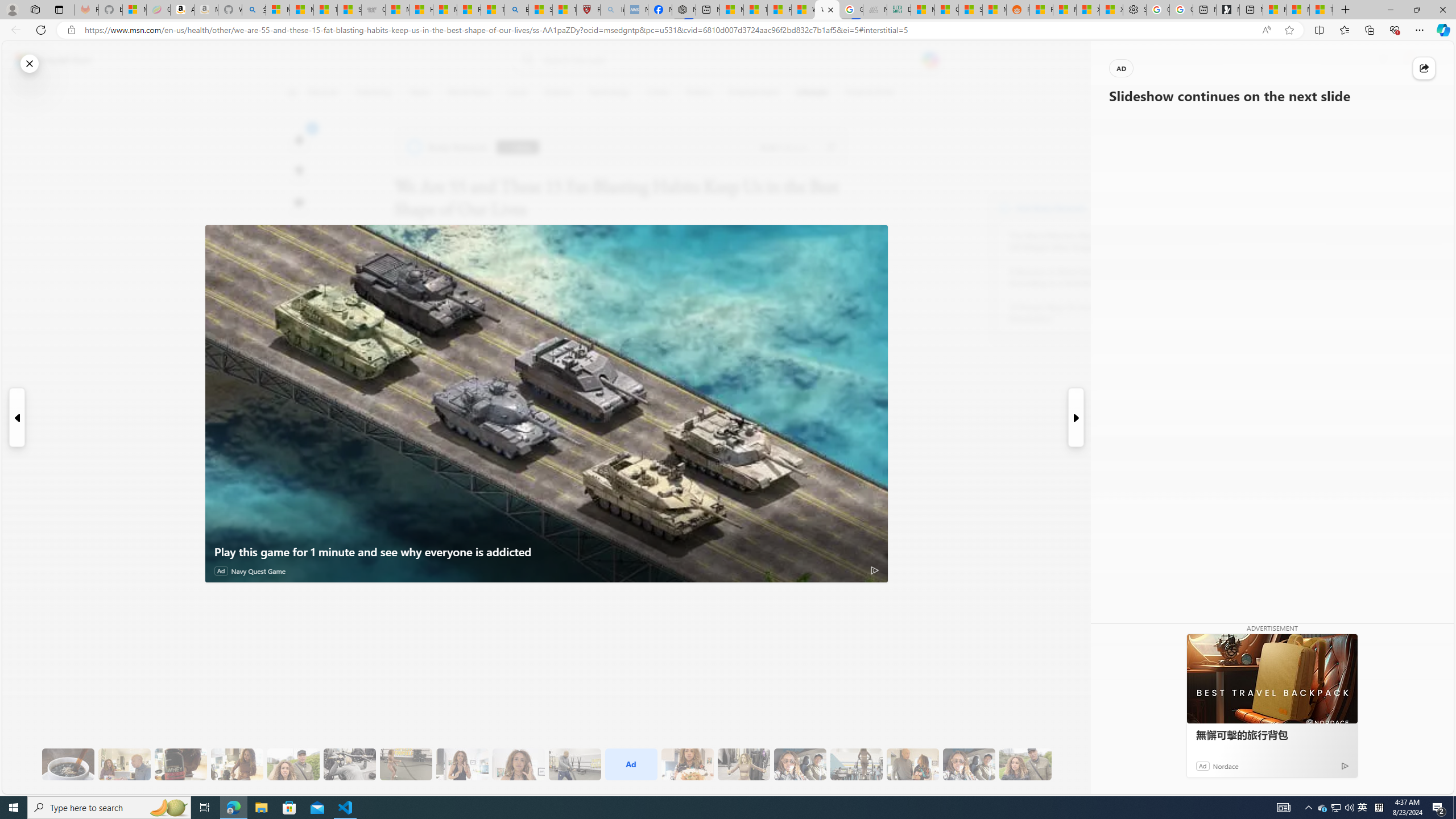 The image size is (1456, 819). What do you see at coordinates (406, 764) in the screenshot?
I see `'10 Then, They Do HIIT Cardio'` at bounding box center [406, 764].